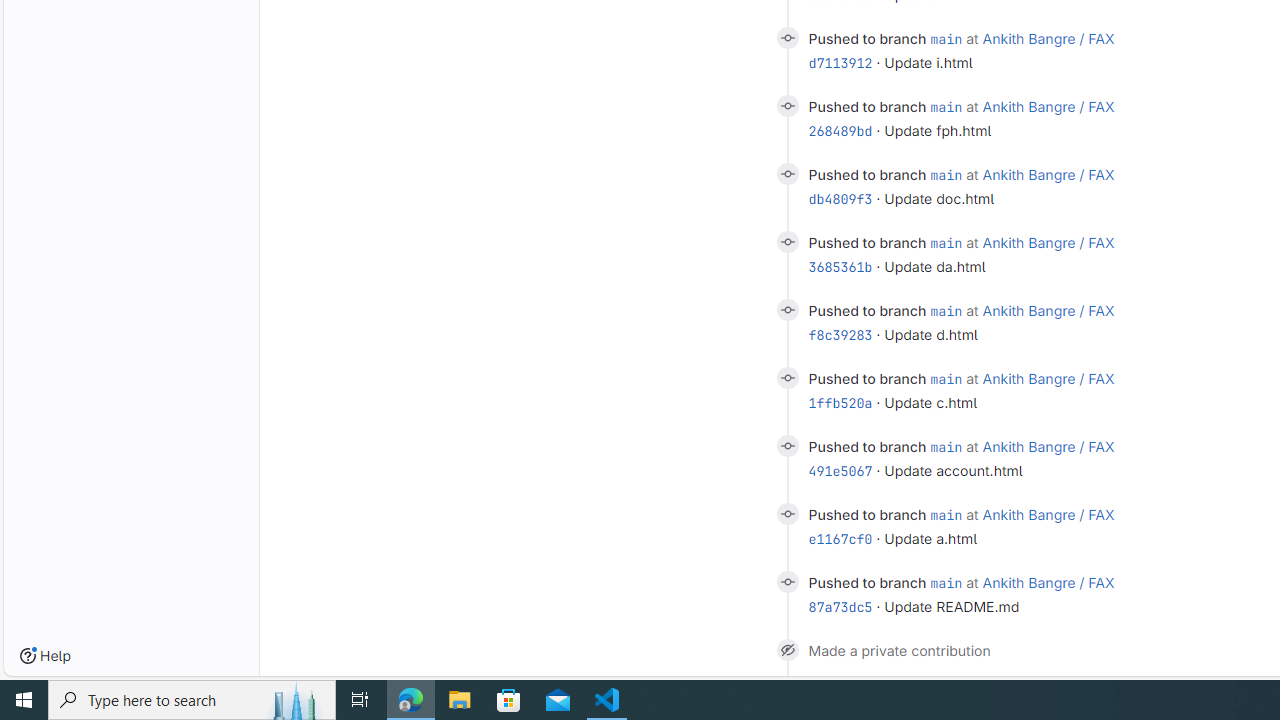  I want to click on 'db4809f3', so click(840, 199).